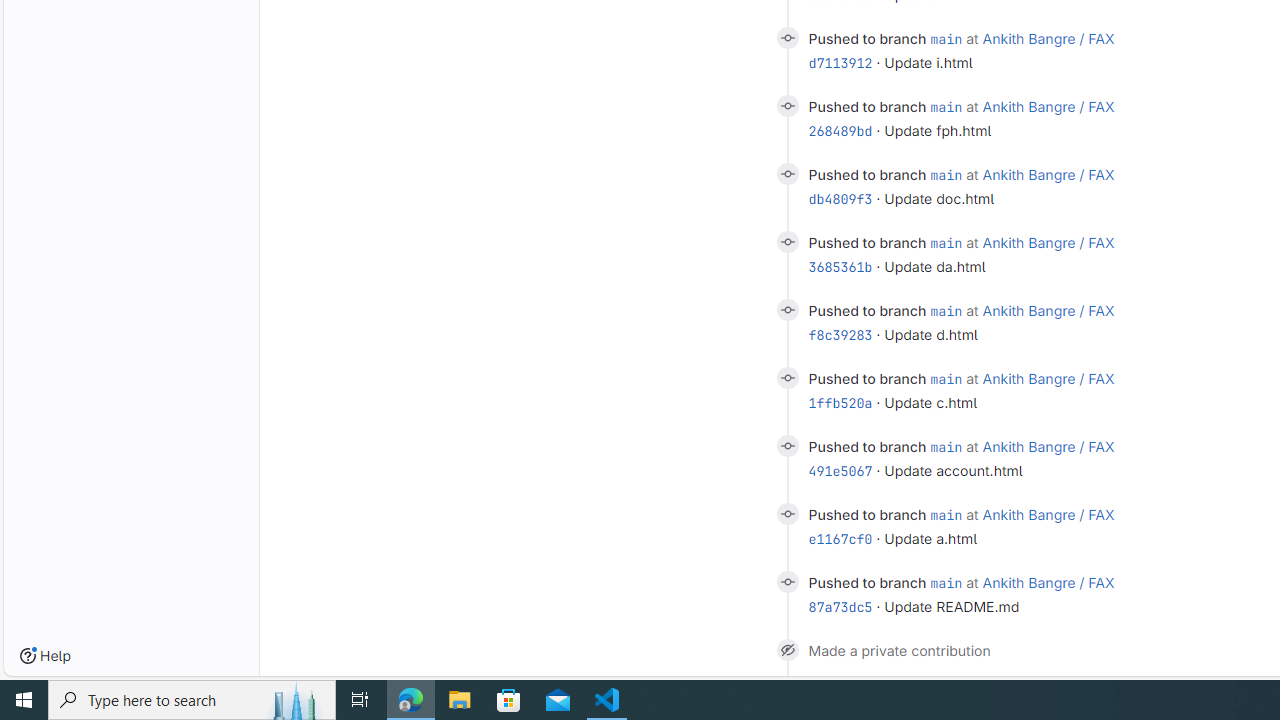  I want to click on 'db4809f3', so click(840, 199).